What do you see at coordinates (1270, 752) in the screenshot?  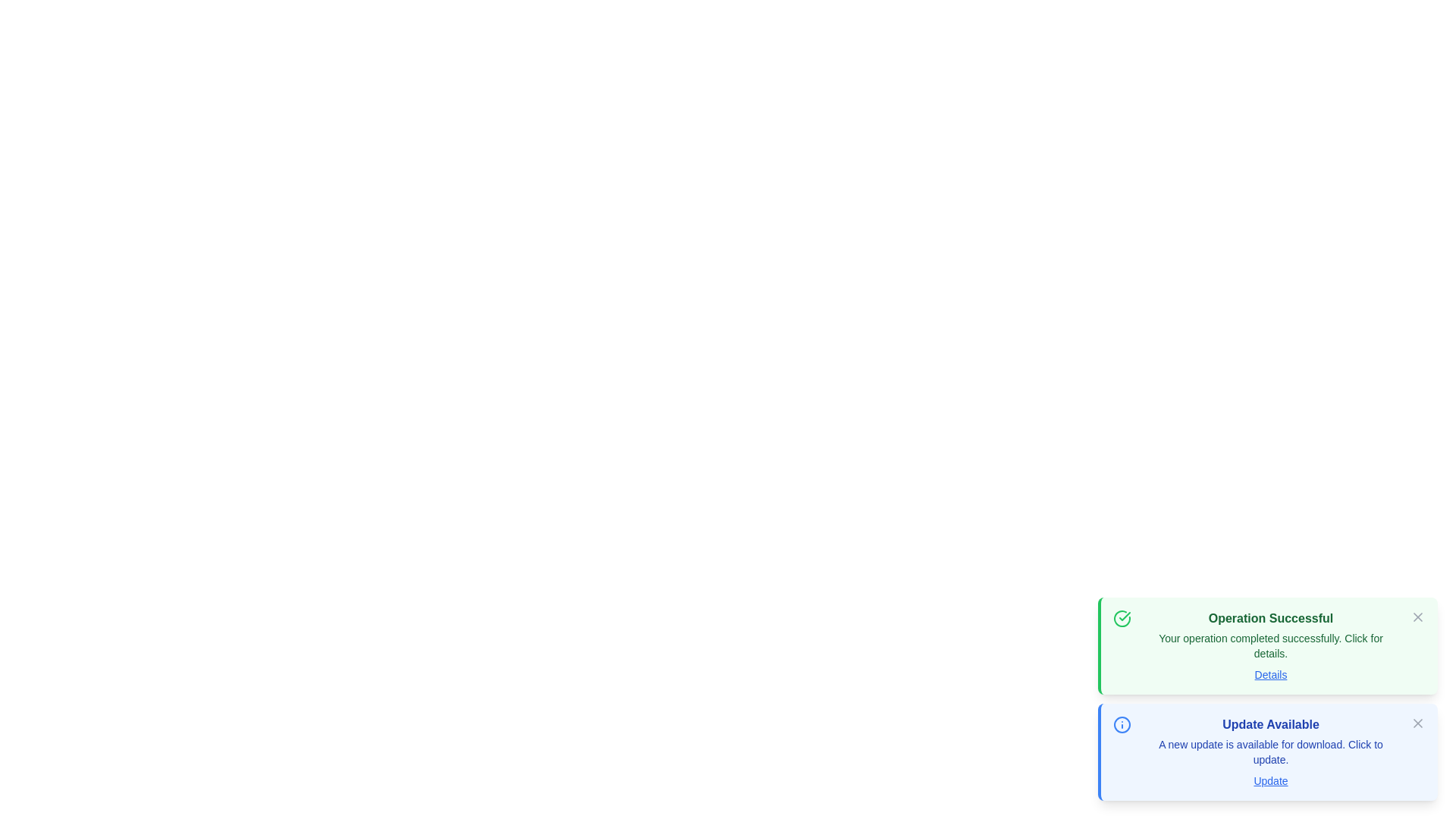 I see `the text element that reads 'A new update is available for download. Click to update.' which is located within the notification card below the 'Update Available' heading` at bounding box center [1270, 752].